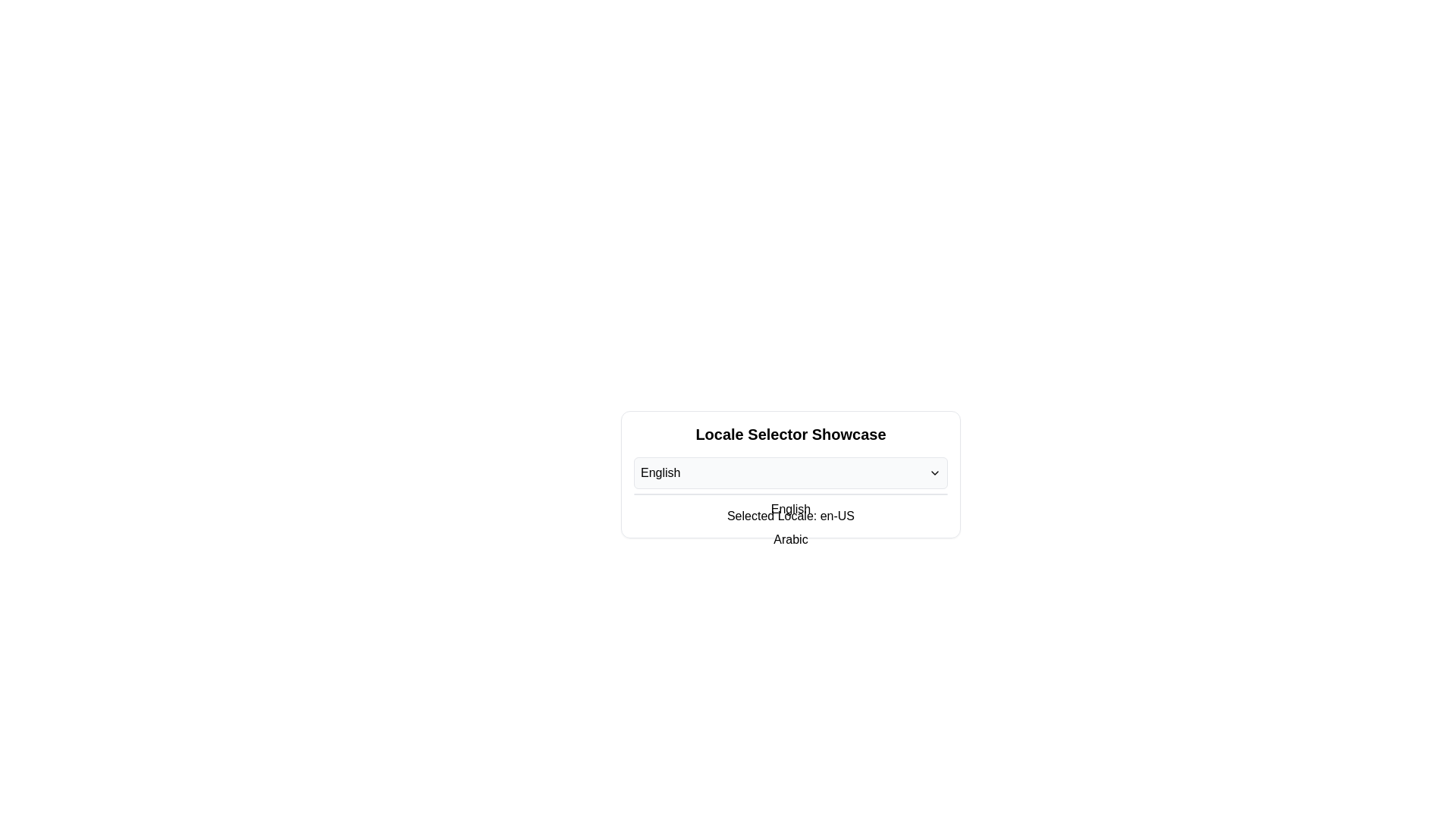 This screenshot has height=819, width=1456. What do you see at coordinates (934, 472) in the screenshot?
I see `the downward-facing chevron icon located to the far-right of the 'English' text in the Locale Selector Showcase to interact with the dropdown menu` at bounding box center [934, 472].